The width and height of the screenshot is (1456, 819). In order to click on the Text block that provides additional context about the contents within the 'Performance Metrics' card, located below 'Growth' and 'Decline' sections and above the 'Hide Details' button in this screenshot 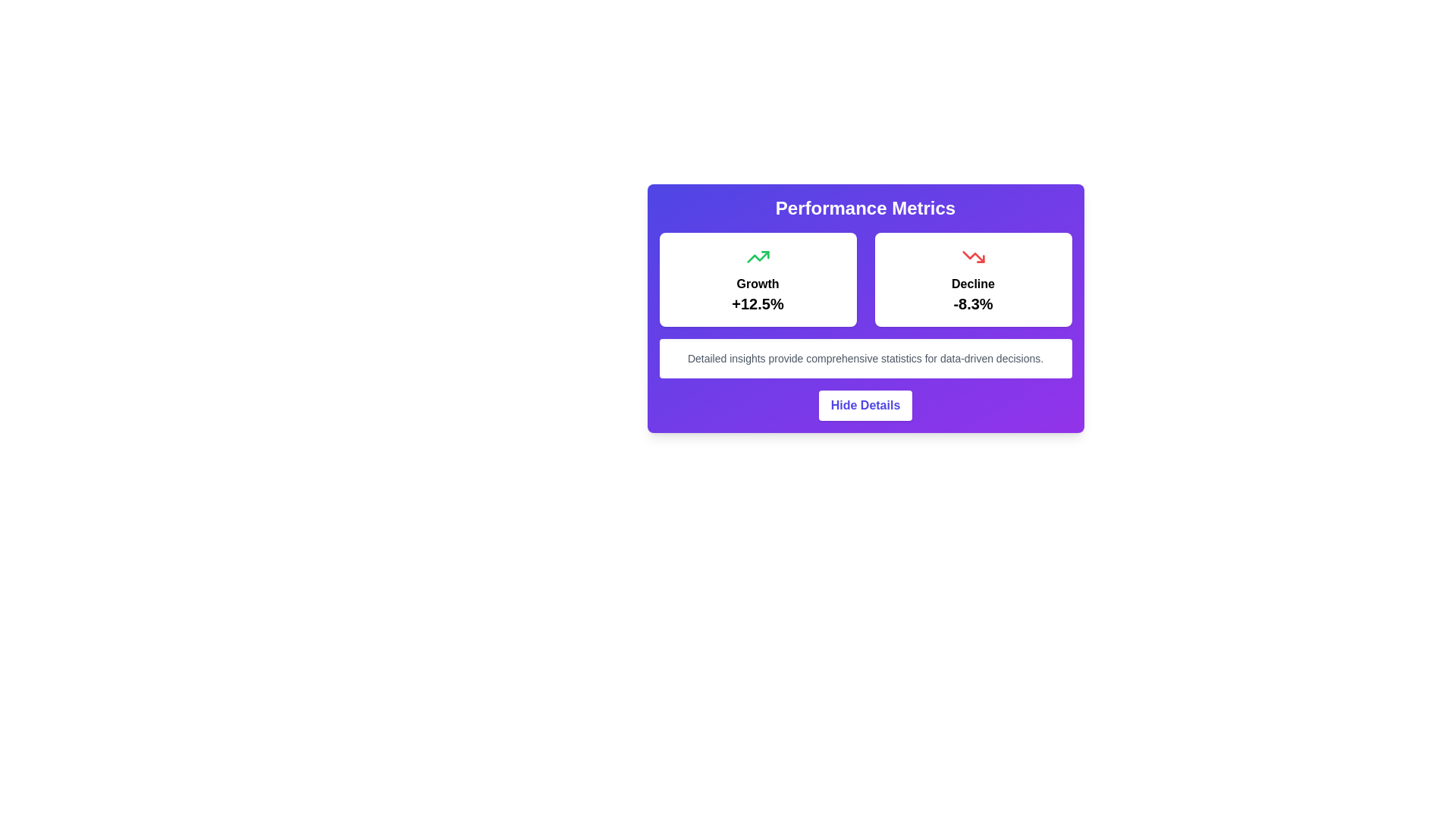, I will do `click(865, 359)`.